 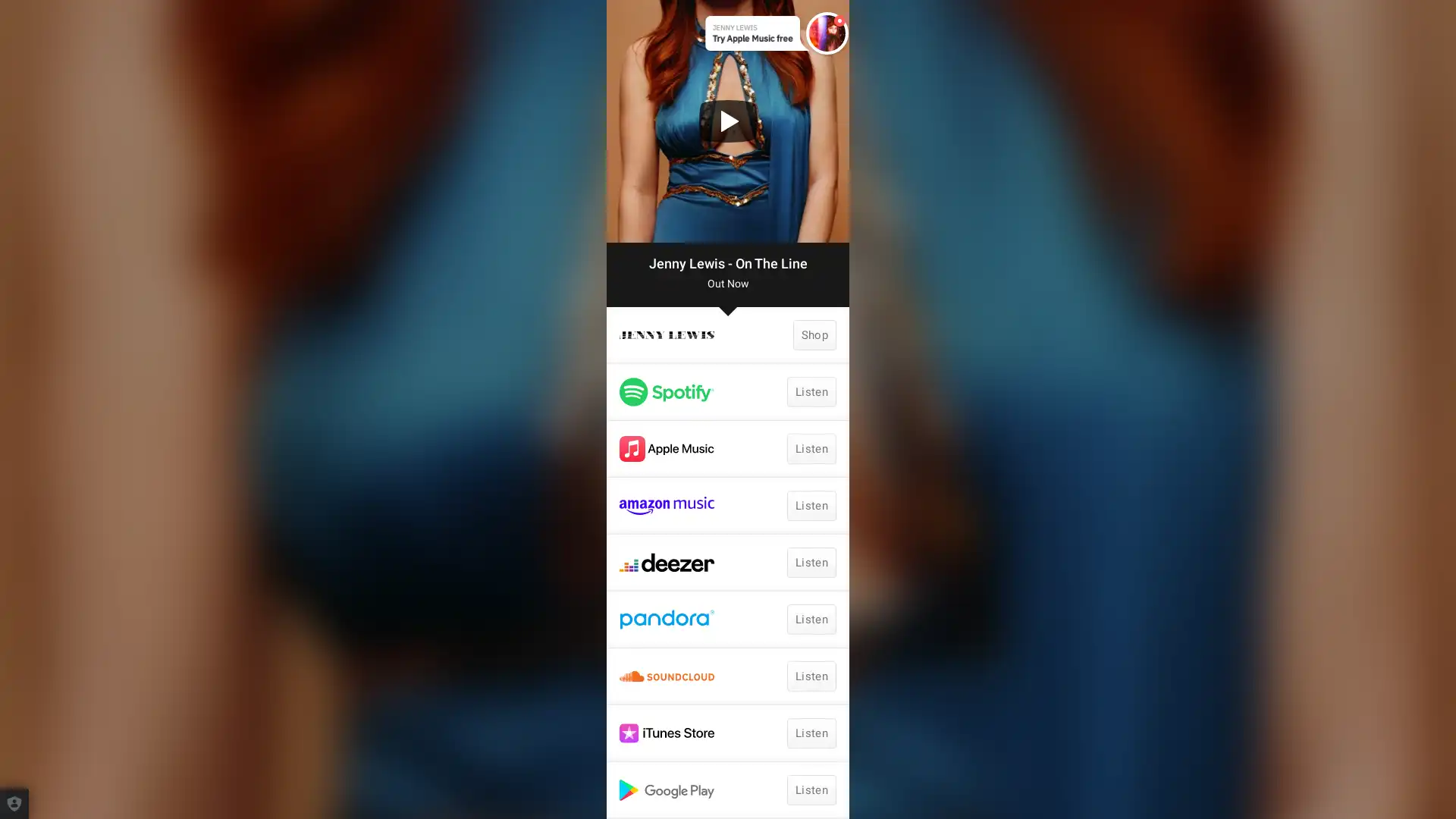 What do you see at coordinates (811, 506) in the screenshot?
I see `Listen` at bounding box center [811, 506].